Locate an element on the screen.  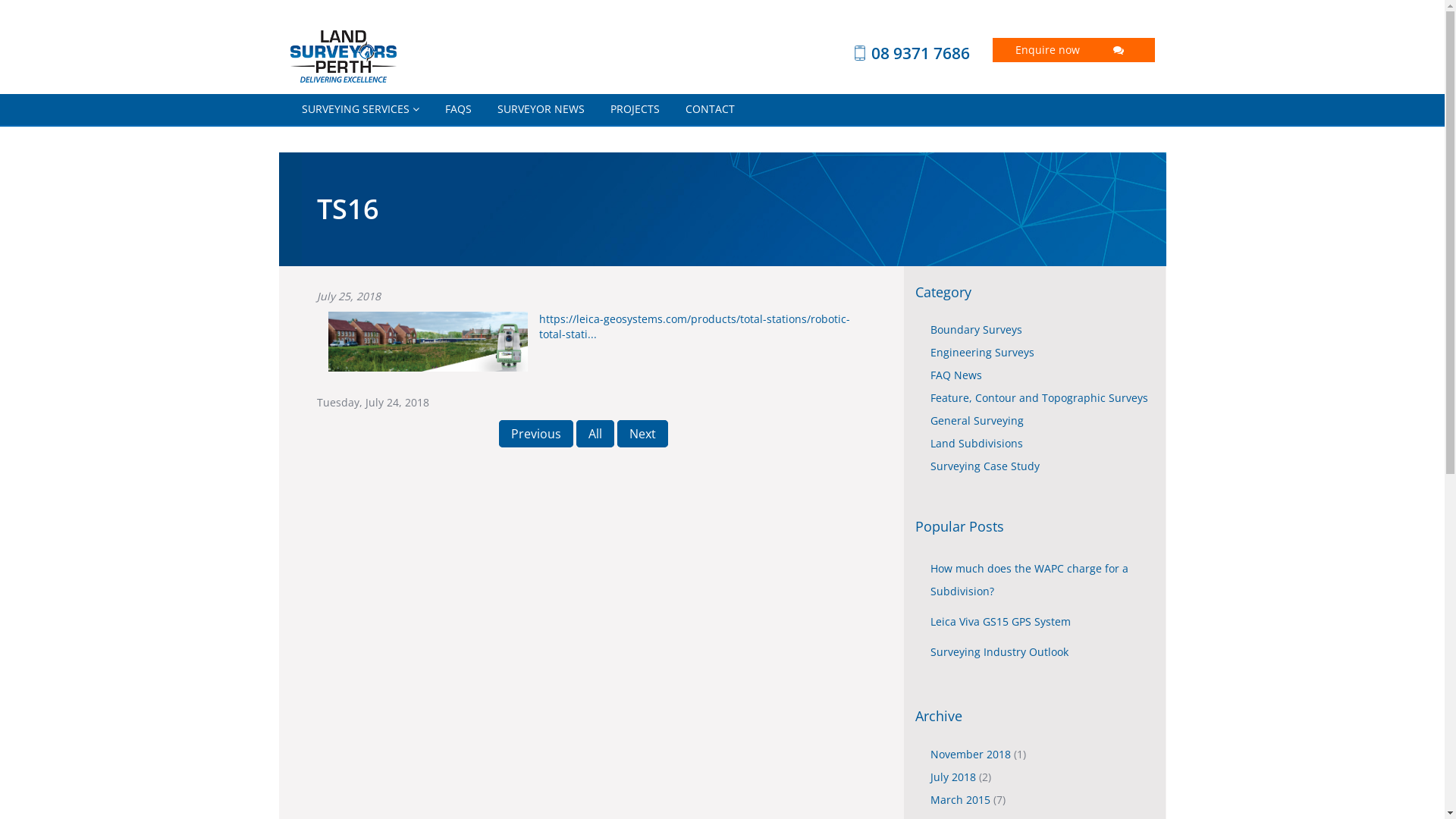
'Land Subdivisions' is located at coordinates (976, 443).